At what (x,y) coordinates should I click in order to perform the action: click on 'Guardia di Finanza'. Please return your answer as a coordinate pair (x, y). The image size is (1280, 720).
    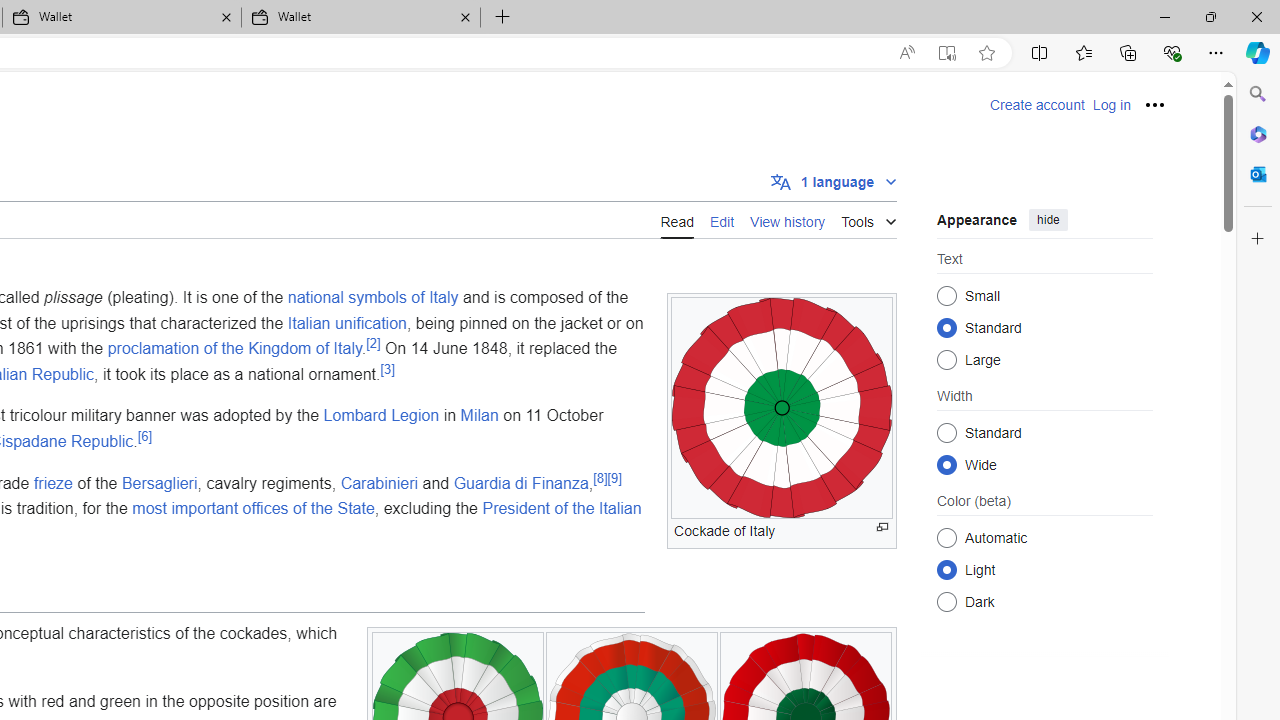
    Looking at the image, I should click on (520, 482).